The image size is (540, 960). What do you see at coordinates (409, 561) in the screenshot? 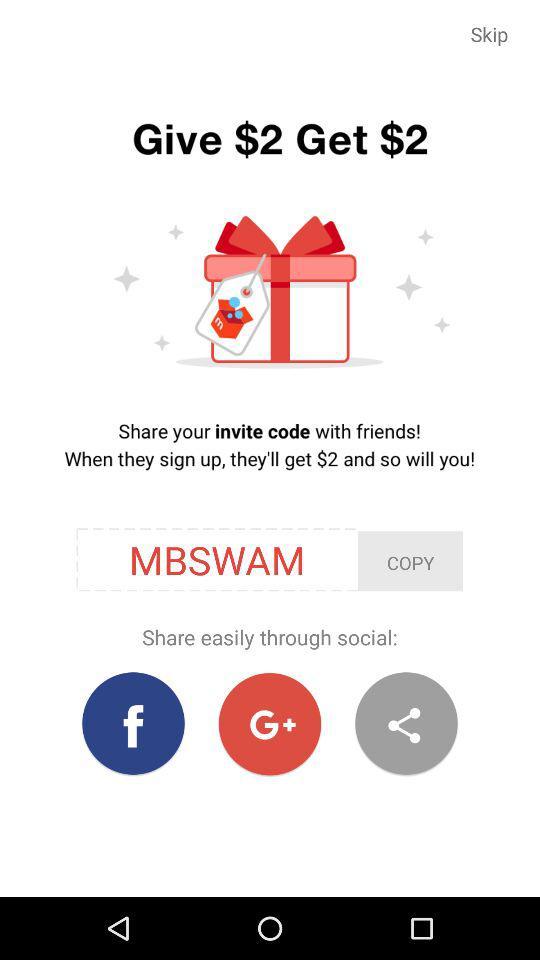
I see `the copy on the right` at bounding box center [409, 561].